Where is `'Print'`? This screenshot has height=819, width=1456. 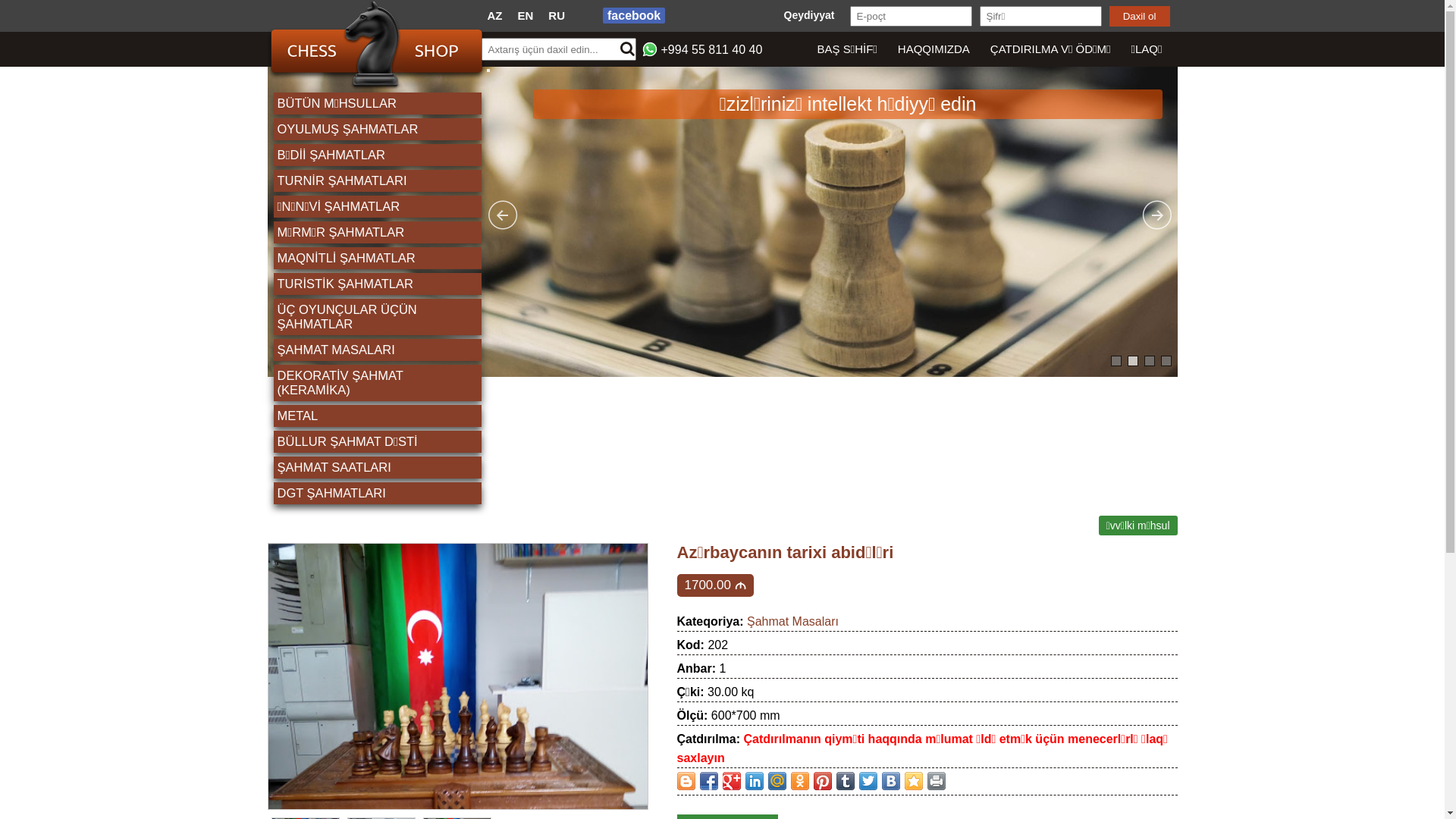 'Print' is located at coordinates (934, 780).